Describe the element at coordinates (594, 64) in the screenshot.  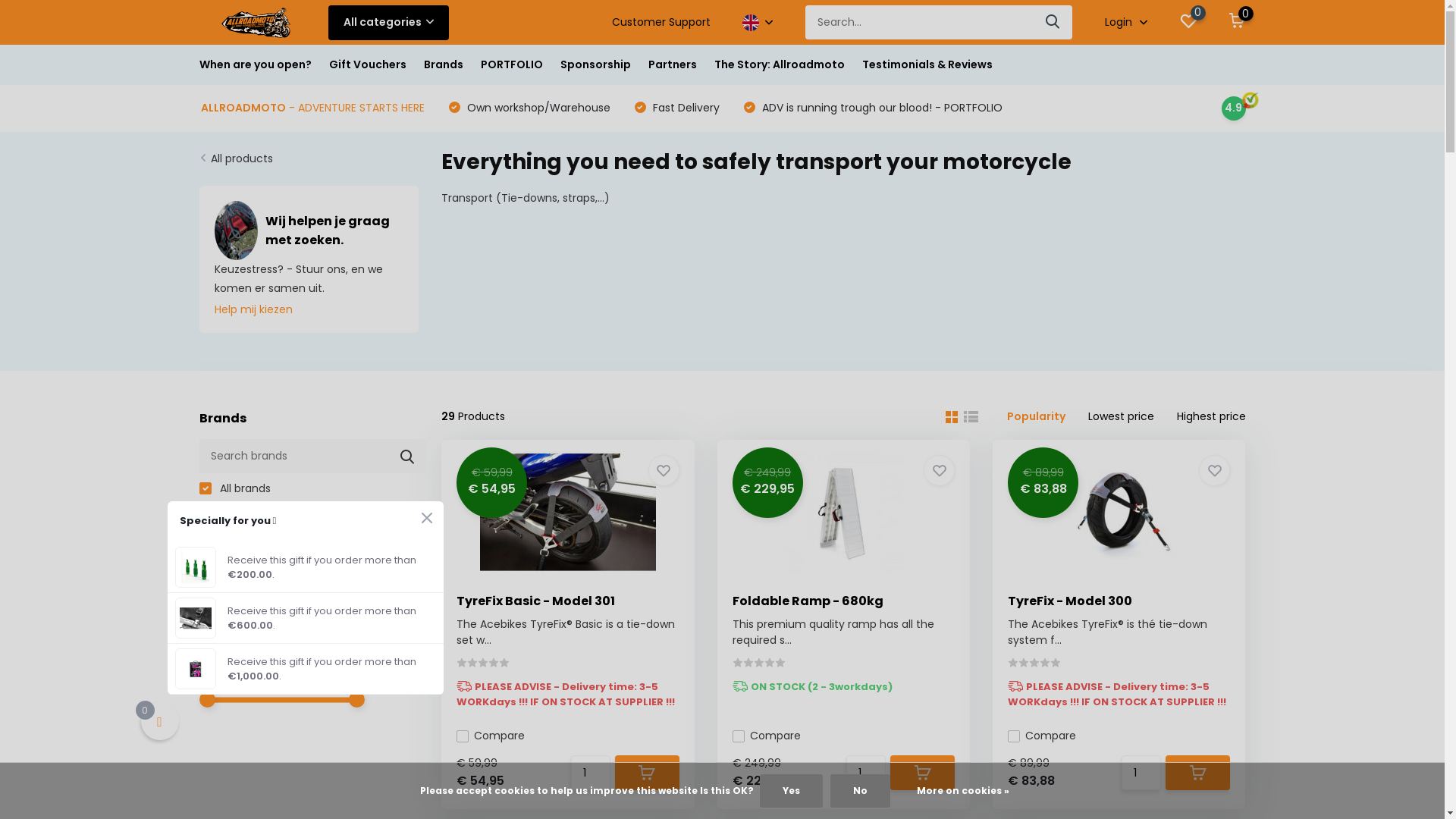
I see `'Sponsorship'` at that location.